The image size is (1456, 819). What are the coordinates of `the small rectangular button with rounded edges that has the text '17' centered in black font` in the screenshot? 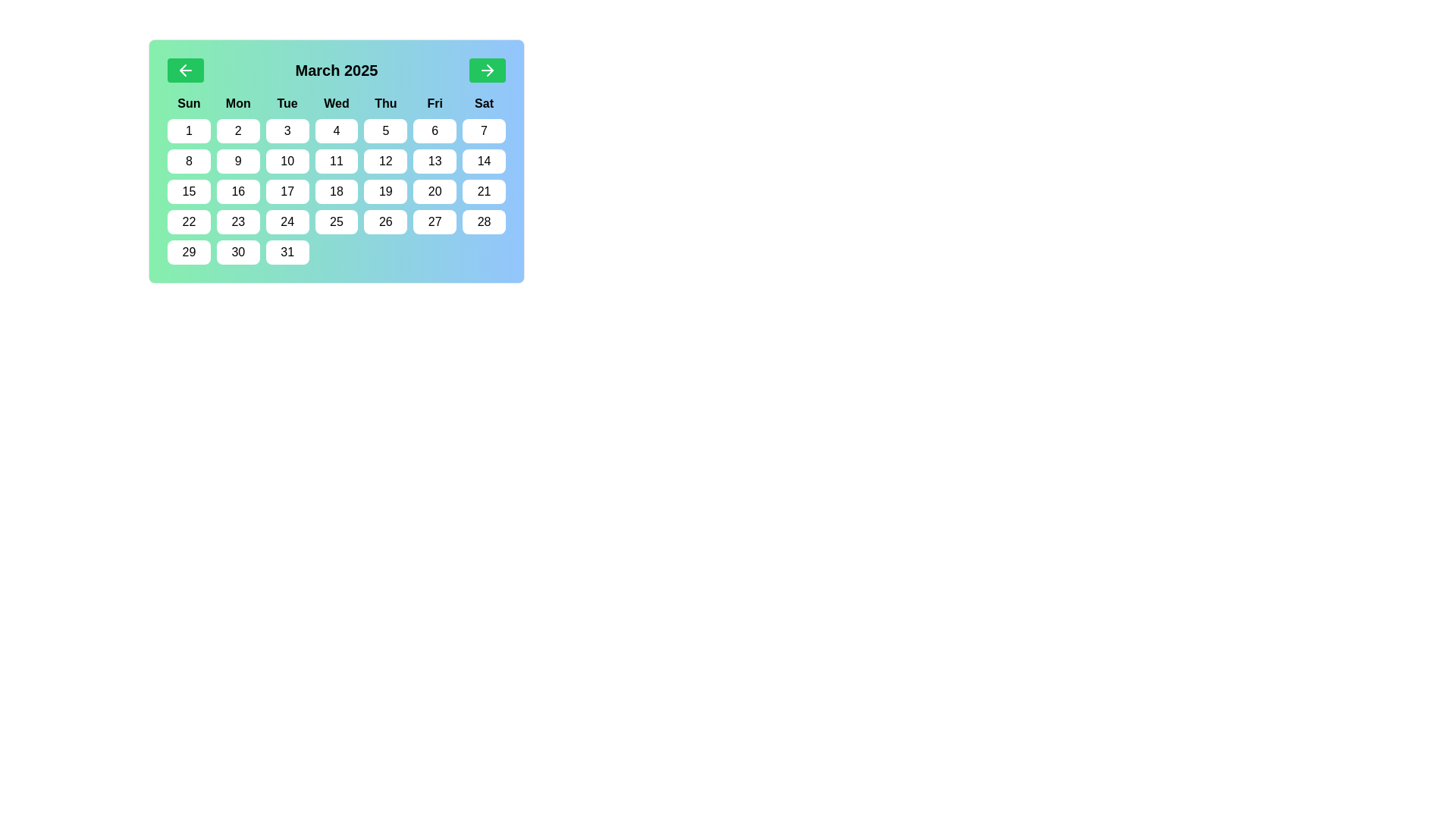 It's located at (287, 191).